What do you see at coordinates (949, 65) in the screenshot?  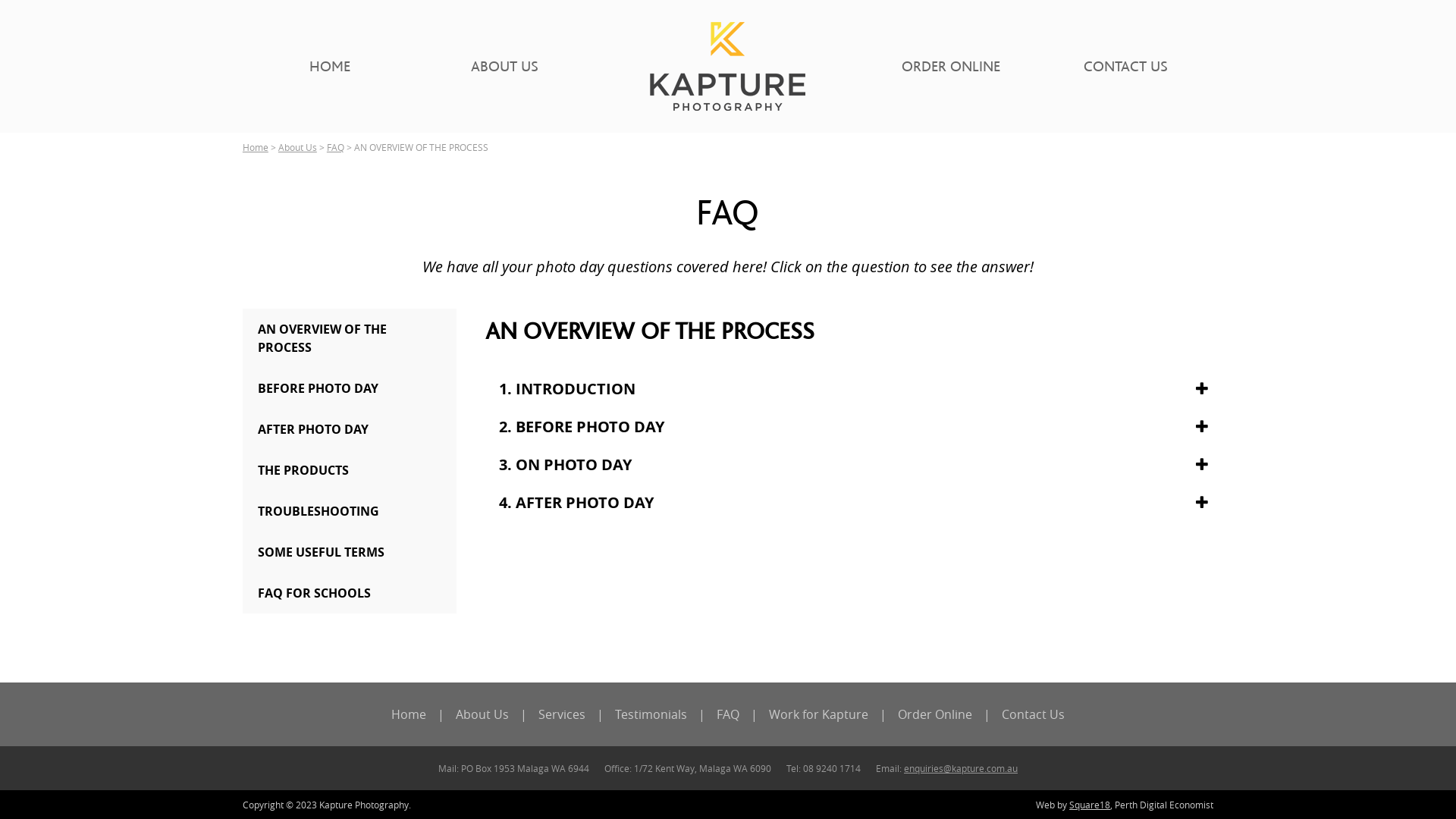 I see `'ORDER ONLINE'` at bounding box center [949, 65].